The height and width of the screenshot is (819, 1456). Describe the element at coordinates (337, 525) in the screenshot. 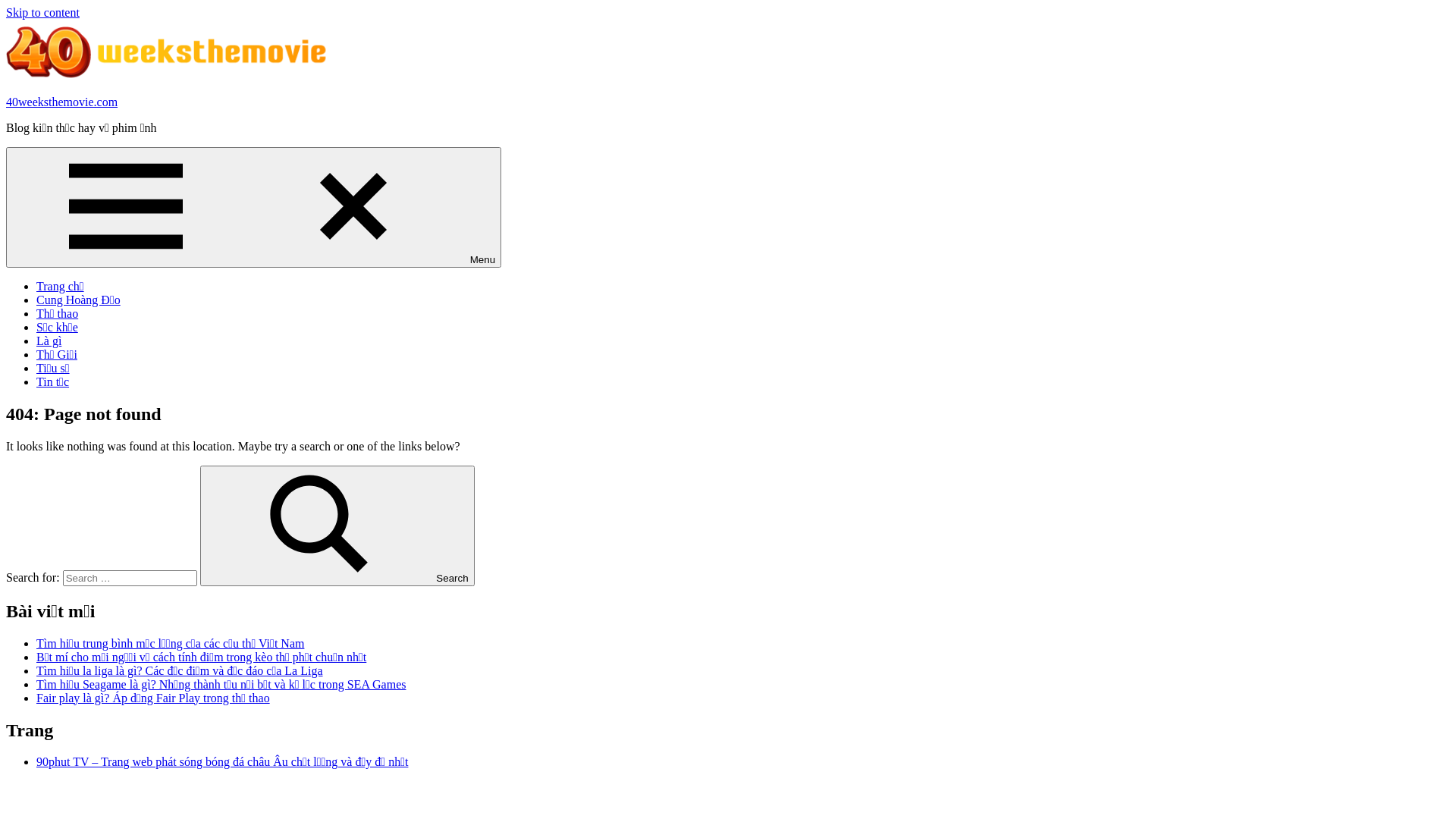

I see `'Search'` at that location.